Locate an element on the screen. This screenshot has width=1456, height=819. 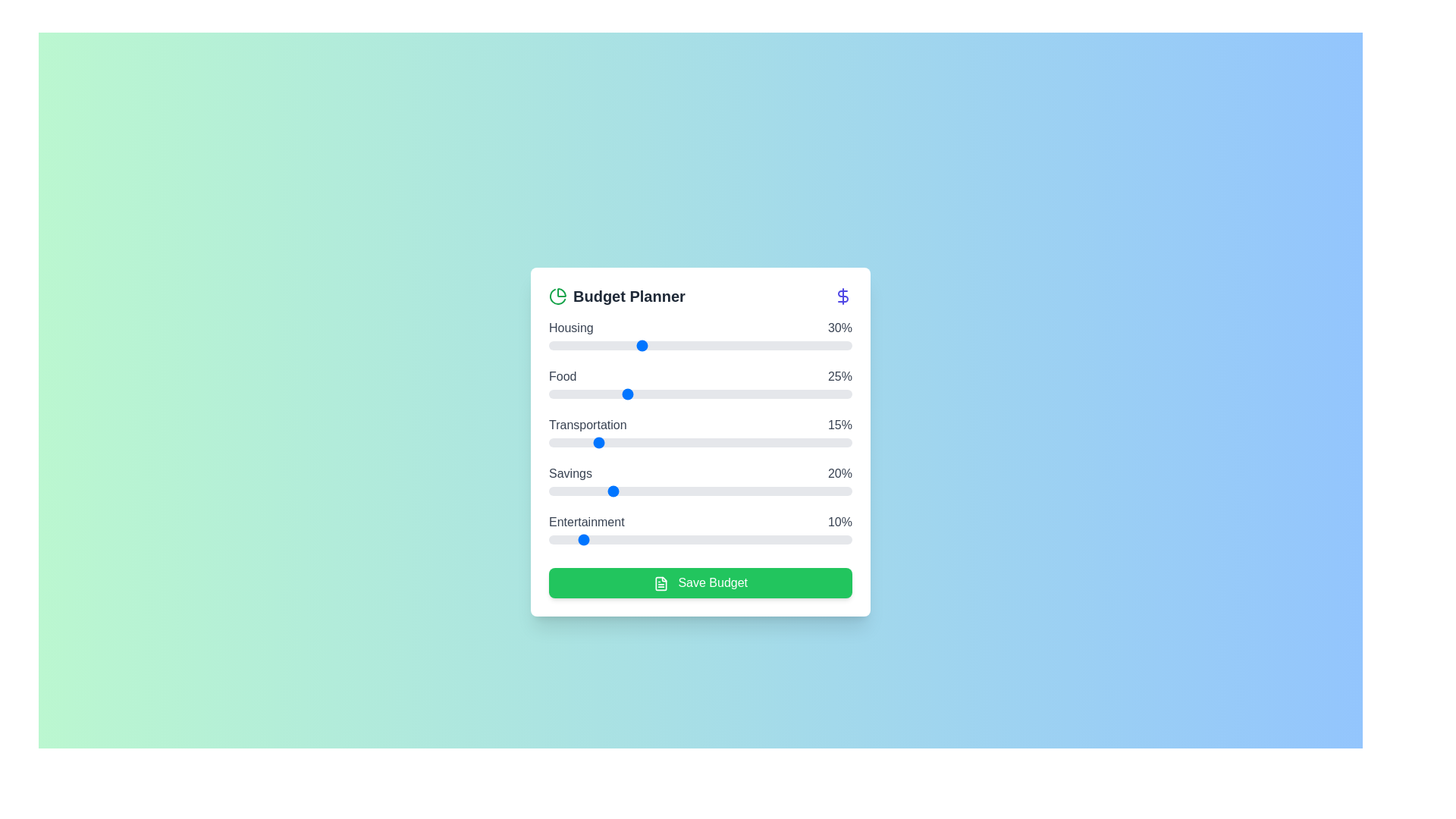
the slider for 'Food' to set its percentage to 23 is located at coordinates (619, 394).